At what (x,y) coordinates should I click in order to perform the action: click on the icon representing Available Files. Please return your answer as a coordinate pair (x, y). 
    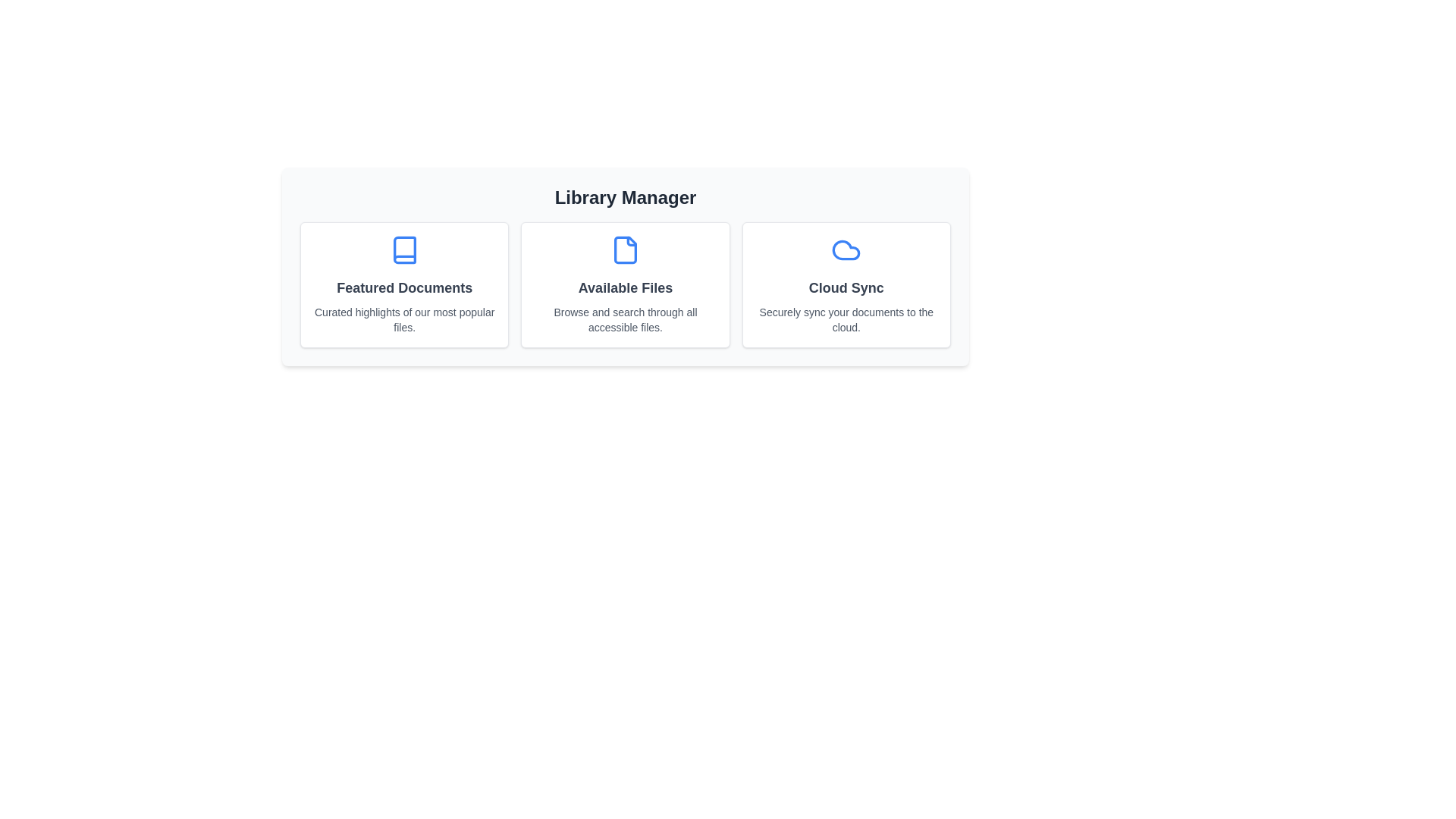
    Looking at the image, I should click on (626, 249).